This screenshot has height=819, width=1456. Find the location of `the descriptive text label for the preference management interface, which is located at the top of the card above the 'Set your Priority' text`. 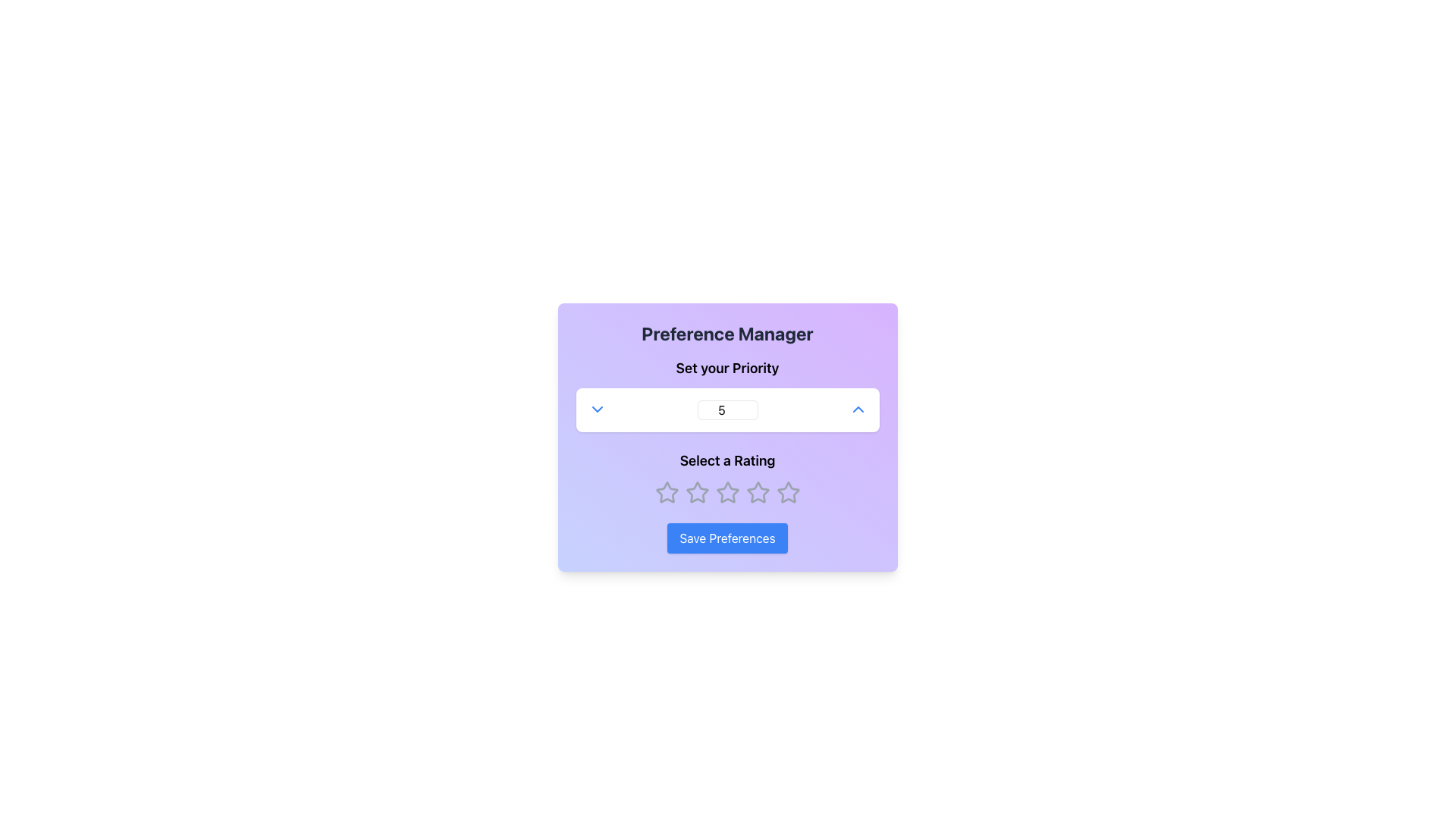

the descriptive text label for the preference management interface, which is located at the top of the card above the 'Set your Priority' text is located at coordinates (726, 332).